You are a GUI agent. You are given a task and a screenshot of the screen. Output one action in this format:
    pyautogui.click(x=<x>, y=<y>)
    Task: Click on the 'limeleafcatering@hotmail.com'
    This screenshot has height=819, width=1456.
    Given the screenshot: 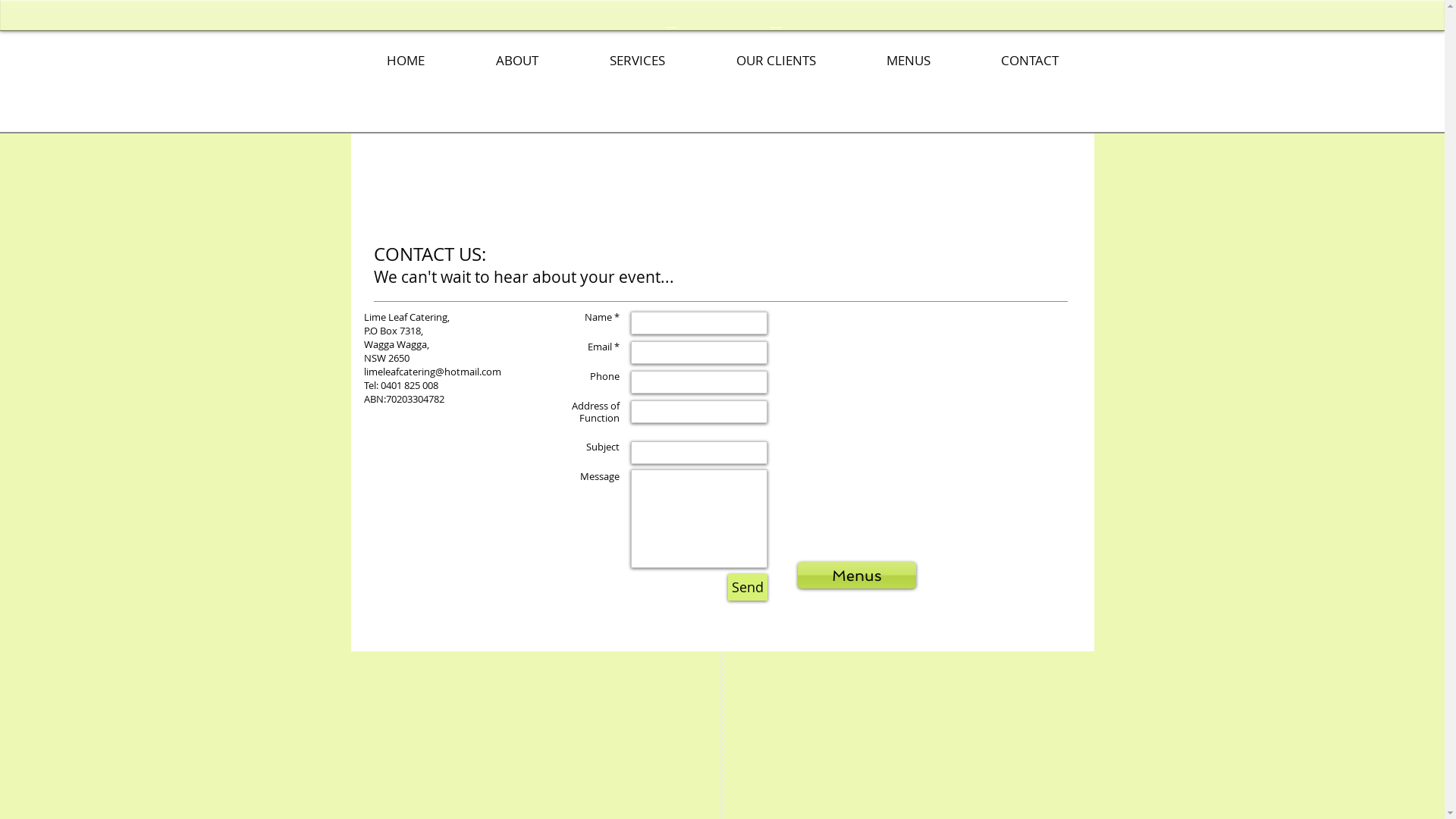 What is the action you would take?
    pyautogui.click(x=431, y=371)
    